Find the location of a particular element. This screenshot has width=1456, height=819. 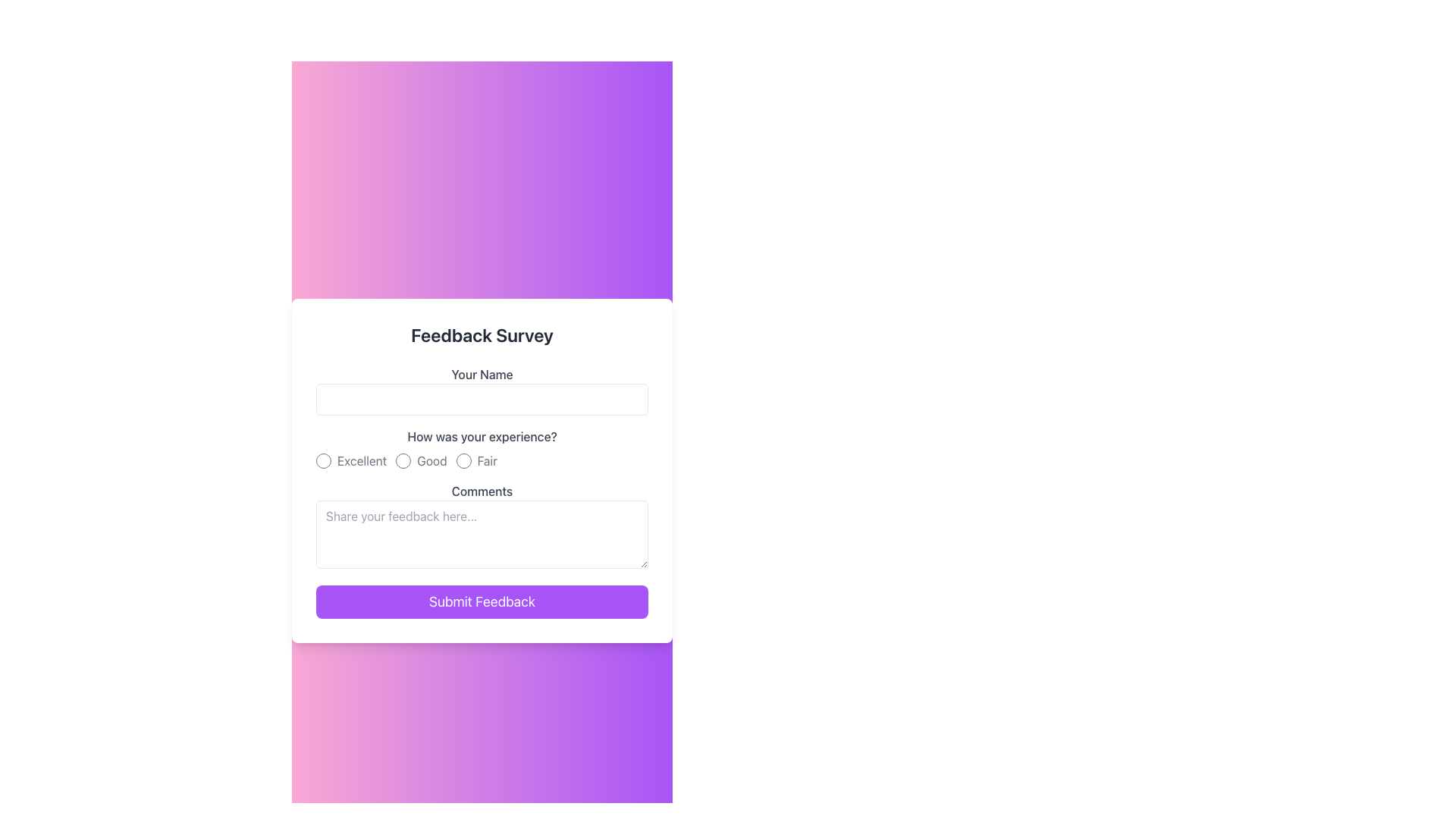

the 'Excellent' radio button is located at coordinates (323, 460).